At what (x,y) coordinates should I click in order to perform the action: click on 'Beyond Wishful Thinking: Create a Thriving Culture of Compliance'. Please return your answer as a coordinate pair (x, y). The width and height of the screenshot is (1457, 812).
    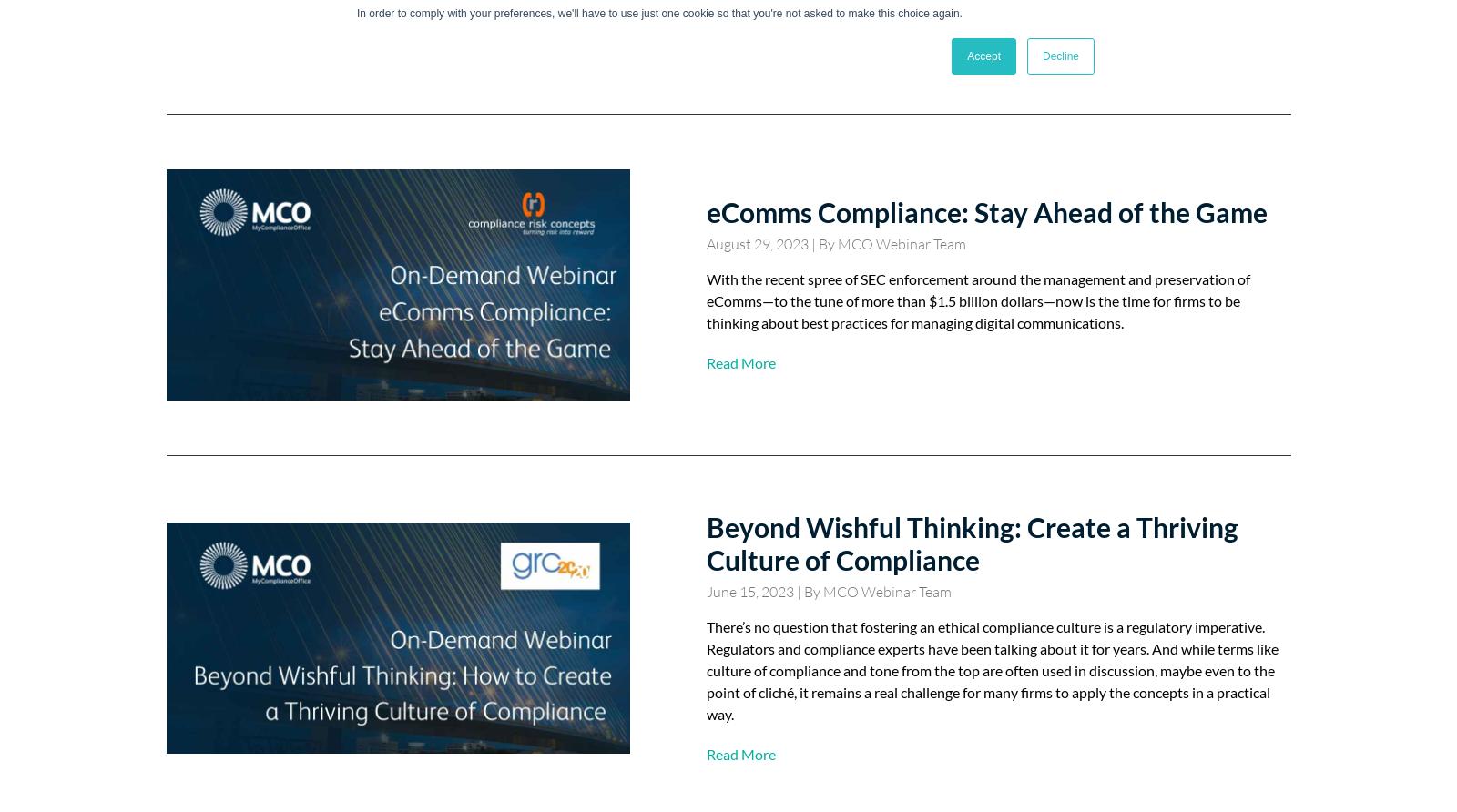
    Looking at the image, I should click on (972, 543).